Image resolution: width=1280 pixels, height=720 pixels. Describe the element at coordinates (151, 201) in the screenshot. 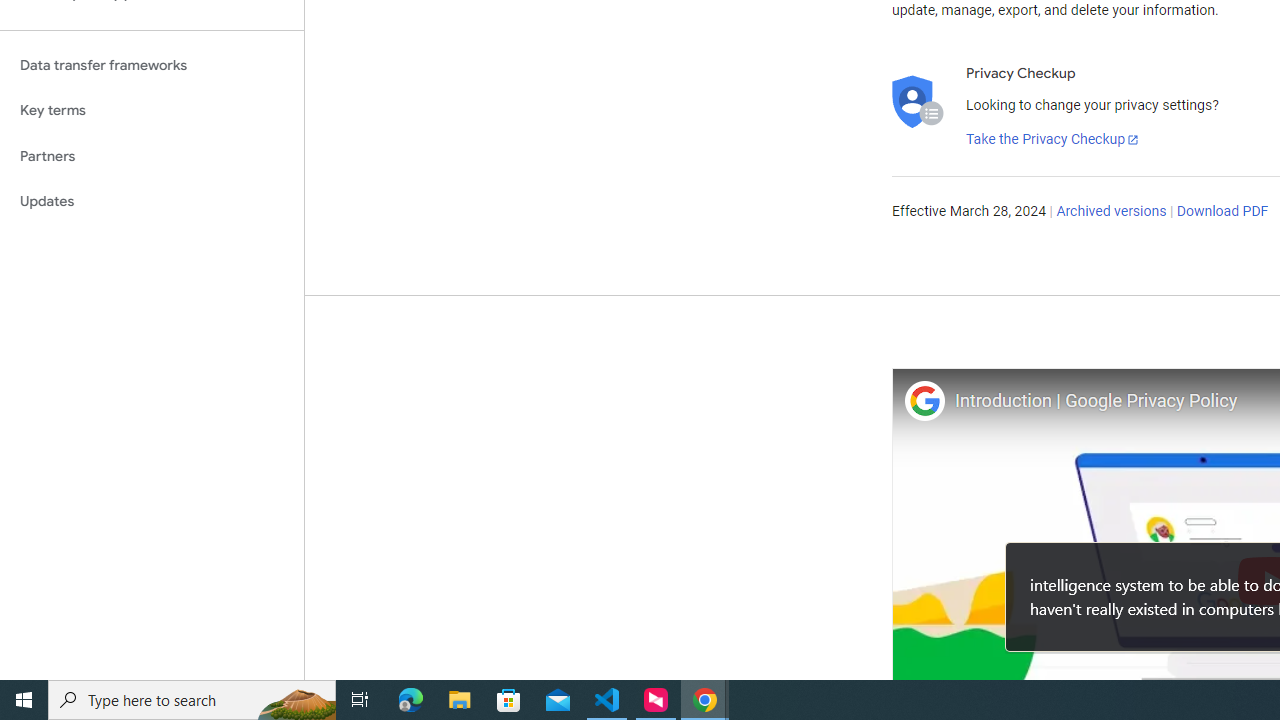

I see `'Updates'` at that location.